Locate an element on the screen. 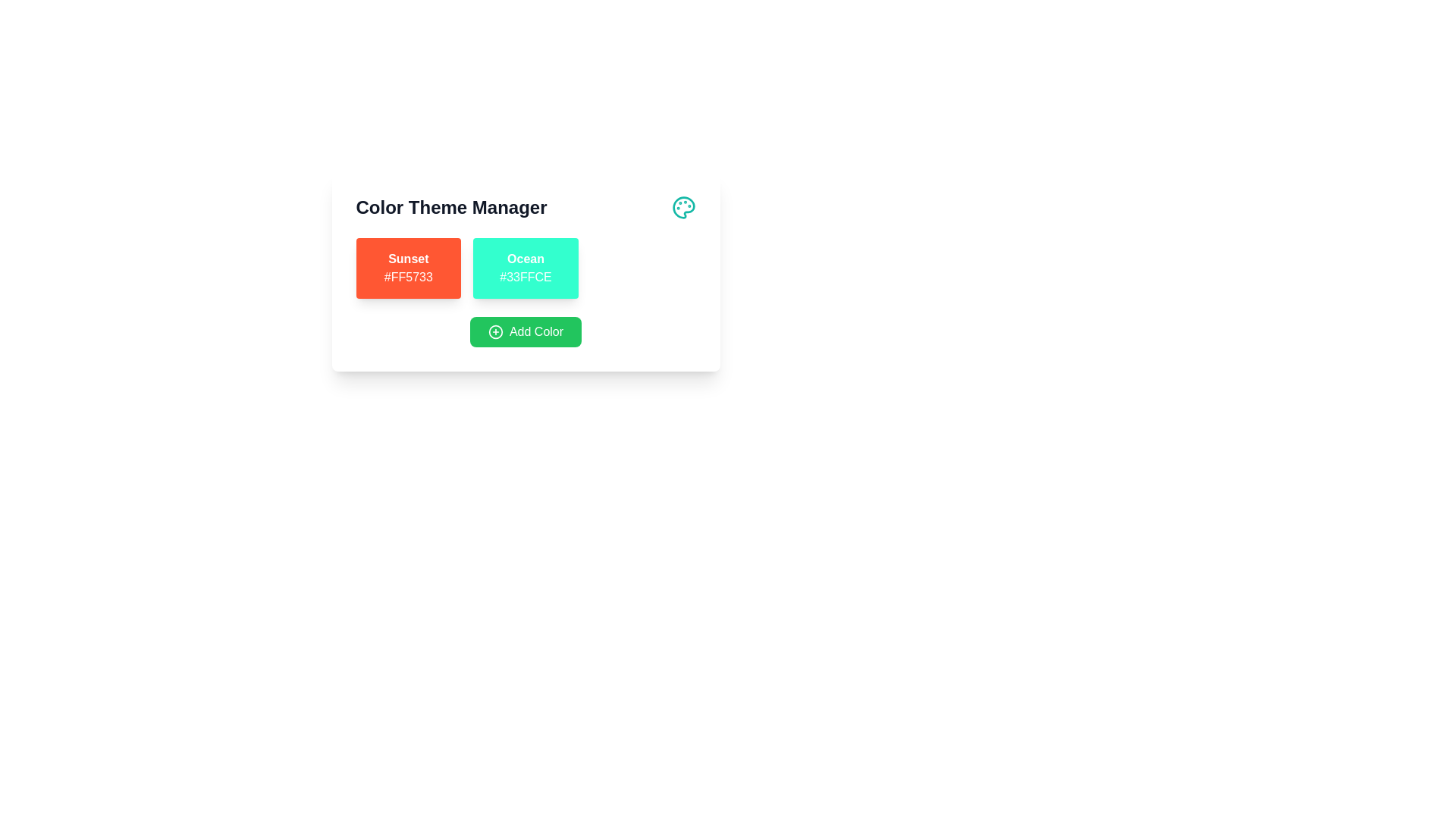  the addition icon located on the left side of the 'Add Color' green button is located at coordinates (495, 331).